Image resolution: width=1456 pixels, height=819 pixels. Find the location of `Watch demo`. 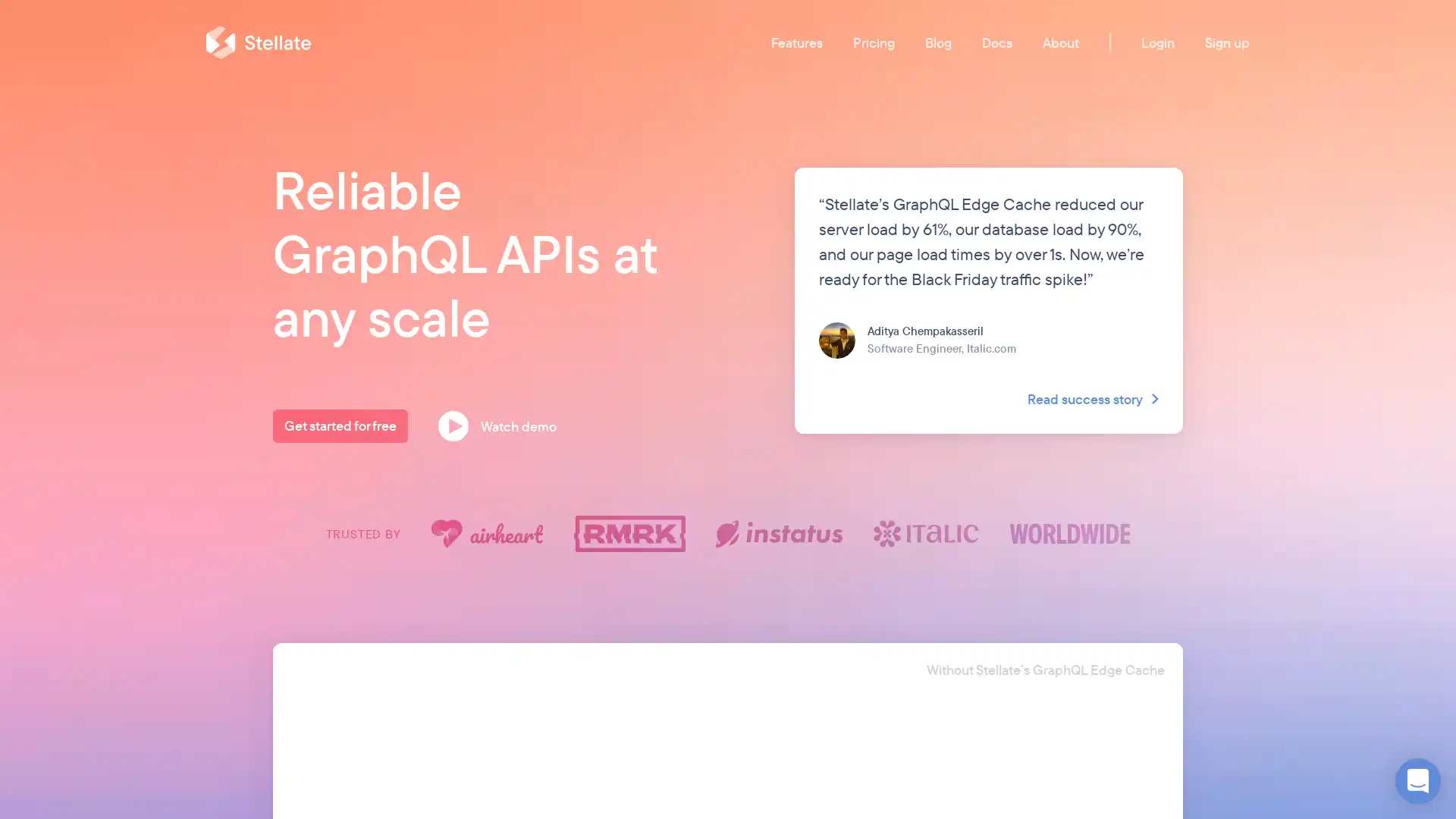

Watch demo is located at coordinates (503, 426).